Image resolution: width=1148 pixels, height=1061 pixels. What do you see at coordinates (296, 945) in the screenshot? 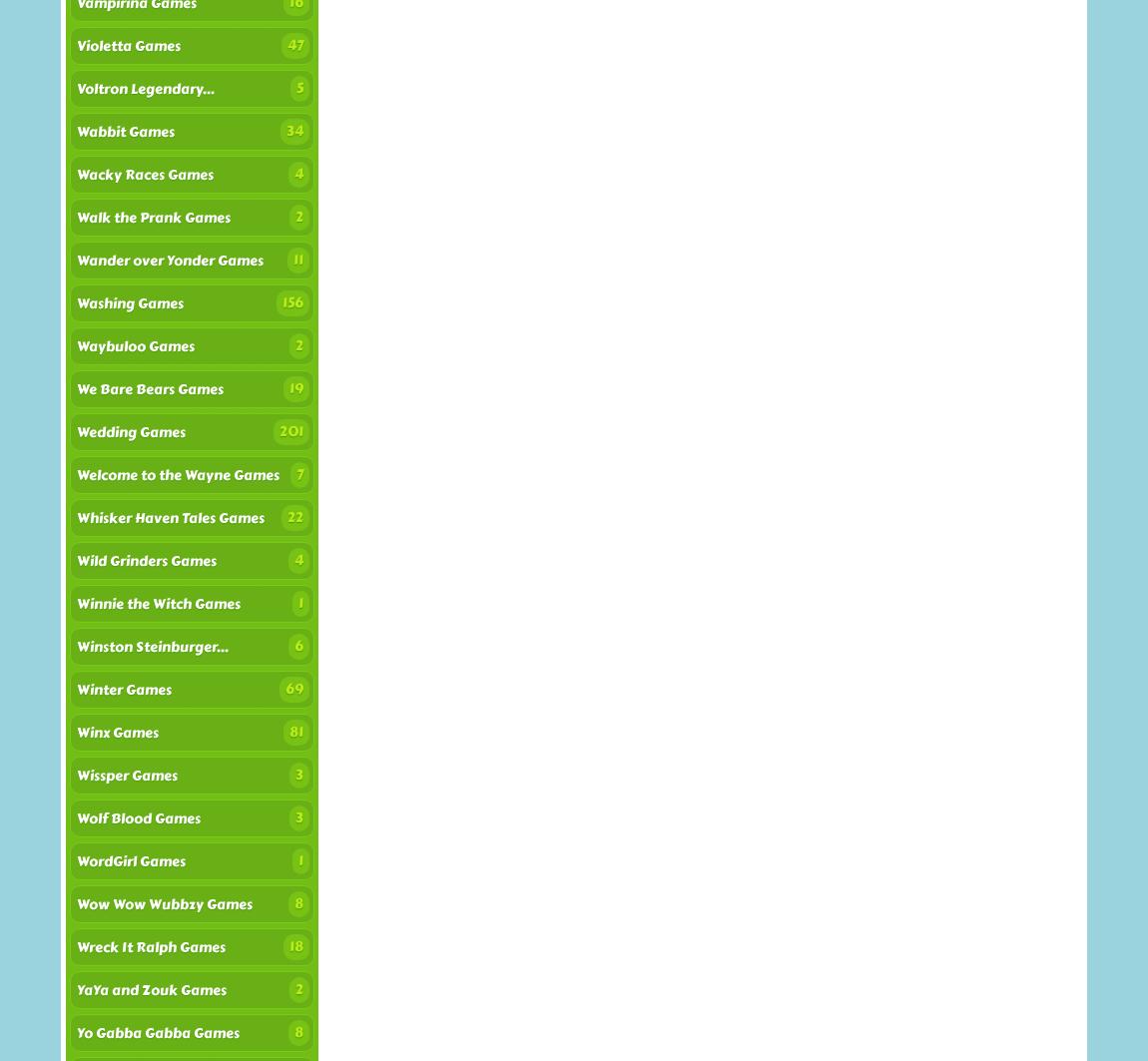
I see `'18'` at bounding box center [296, 945].